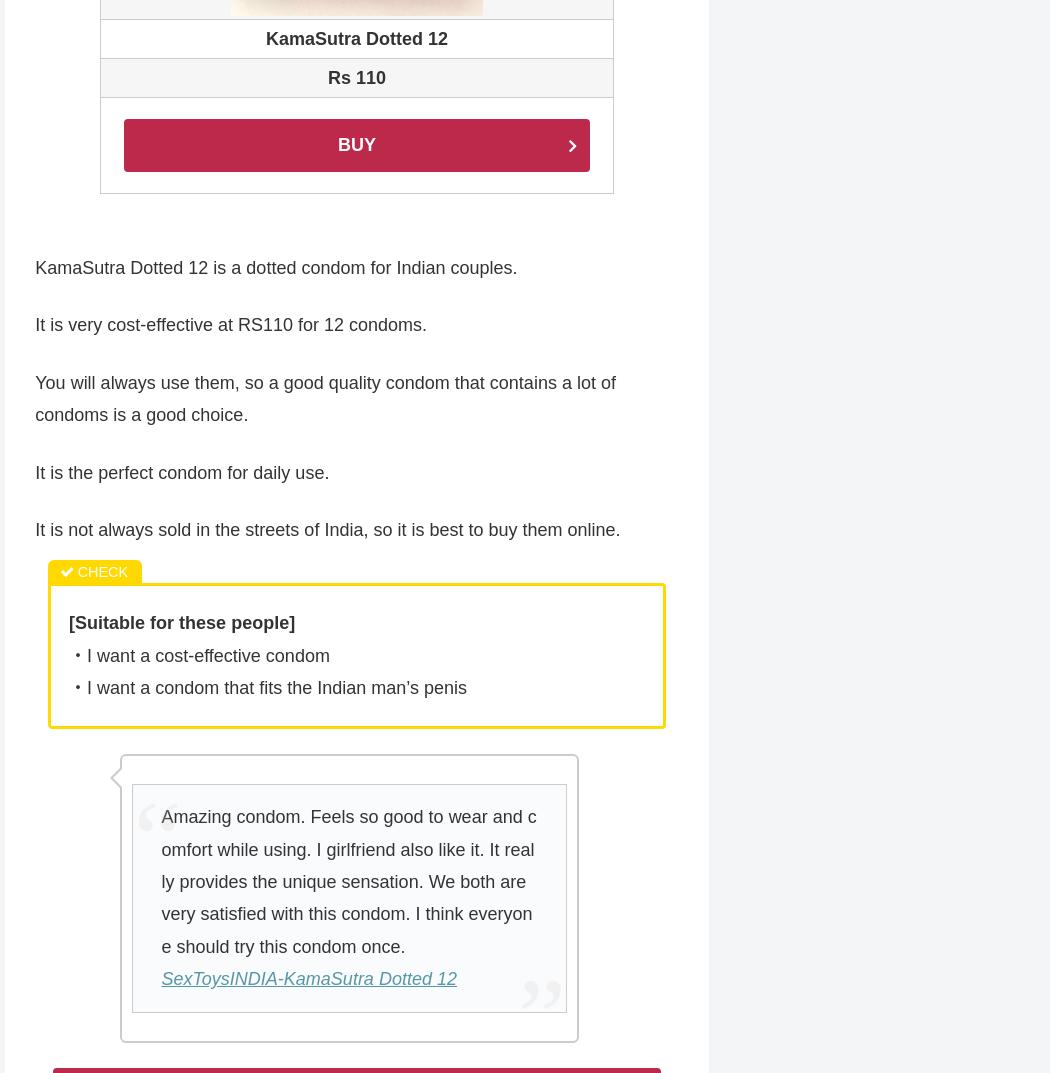 The image size is (1050, 1073). What do you see at coordinates (324, 399) in the screenshot?
I see `'You will always use them, so a good quality condom that contains a lot of condoms is a good choice.'` at bounding box center [324, 399].